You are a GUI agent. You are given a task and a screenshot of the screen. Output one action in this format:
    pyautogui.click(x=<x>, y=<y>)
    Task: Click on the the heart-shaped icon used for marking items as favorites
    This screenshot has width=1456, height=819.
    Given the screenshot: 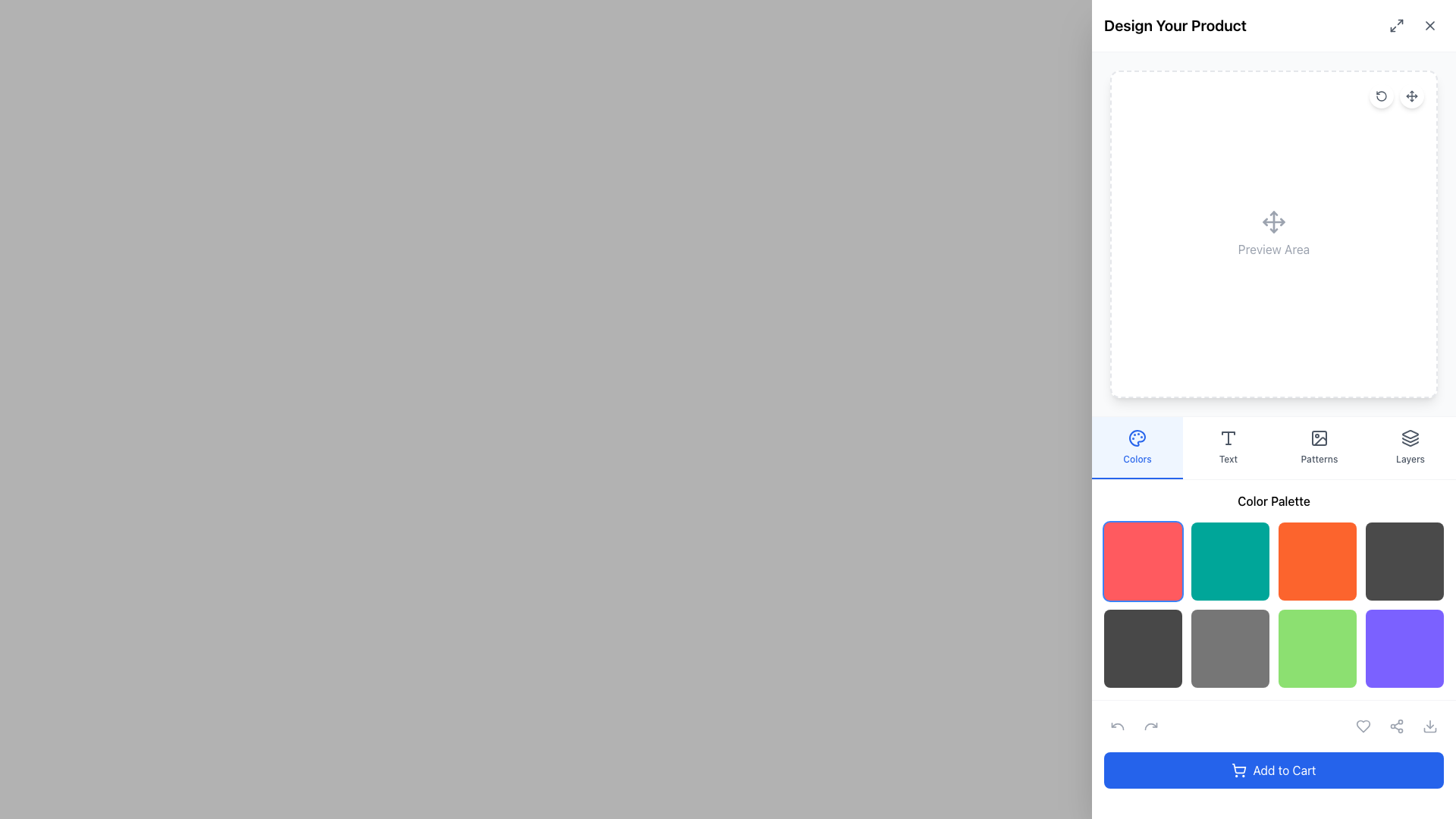 What is the action you would take?
    pyautogui.click(x=1363, y=725)
    